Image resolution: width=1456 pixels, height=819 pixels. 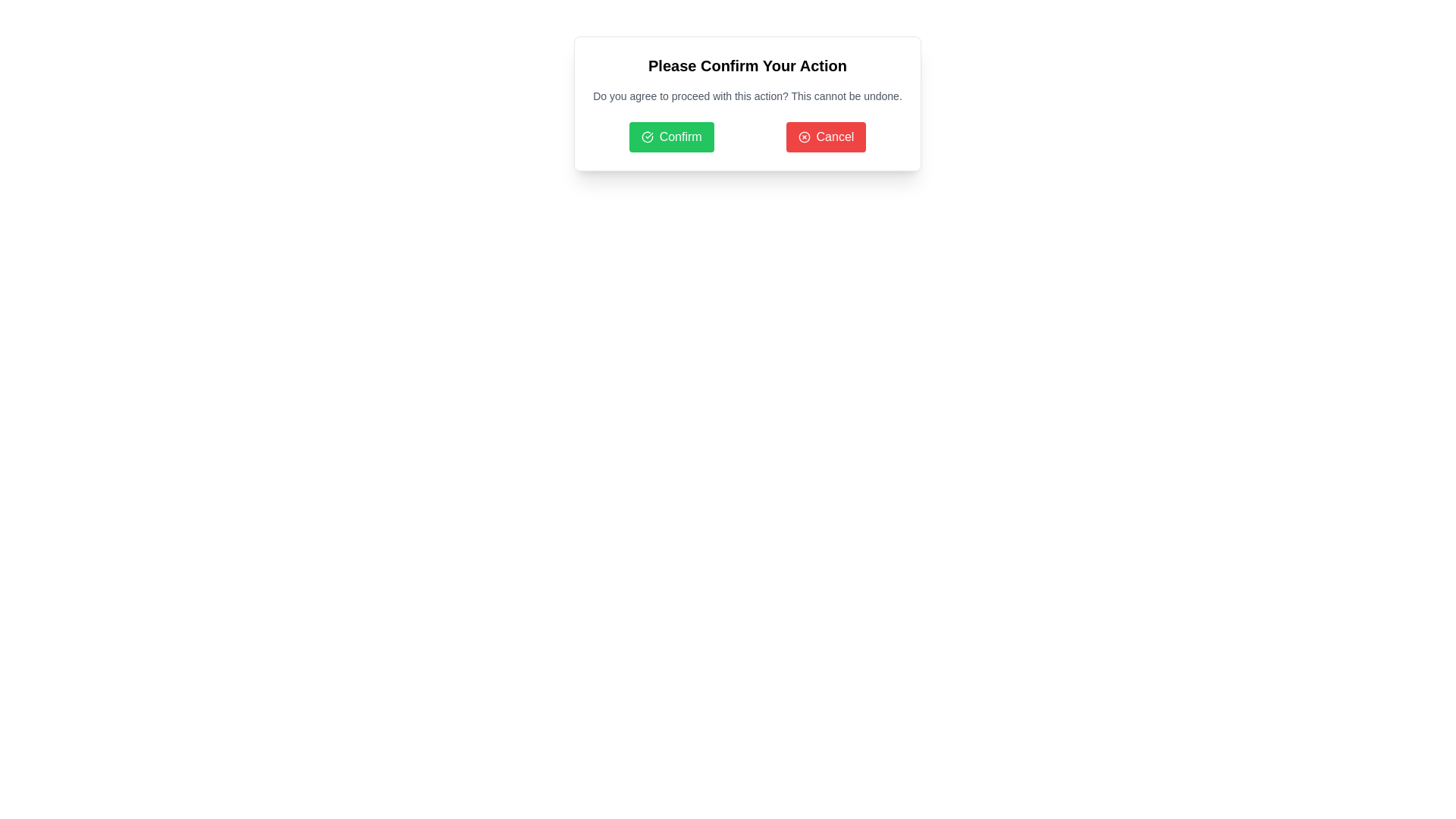 I want to click on the confirmation action button located within the confirmation dialog, so click(x=670, y=137).